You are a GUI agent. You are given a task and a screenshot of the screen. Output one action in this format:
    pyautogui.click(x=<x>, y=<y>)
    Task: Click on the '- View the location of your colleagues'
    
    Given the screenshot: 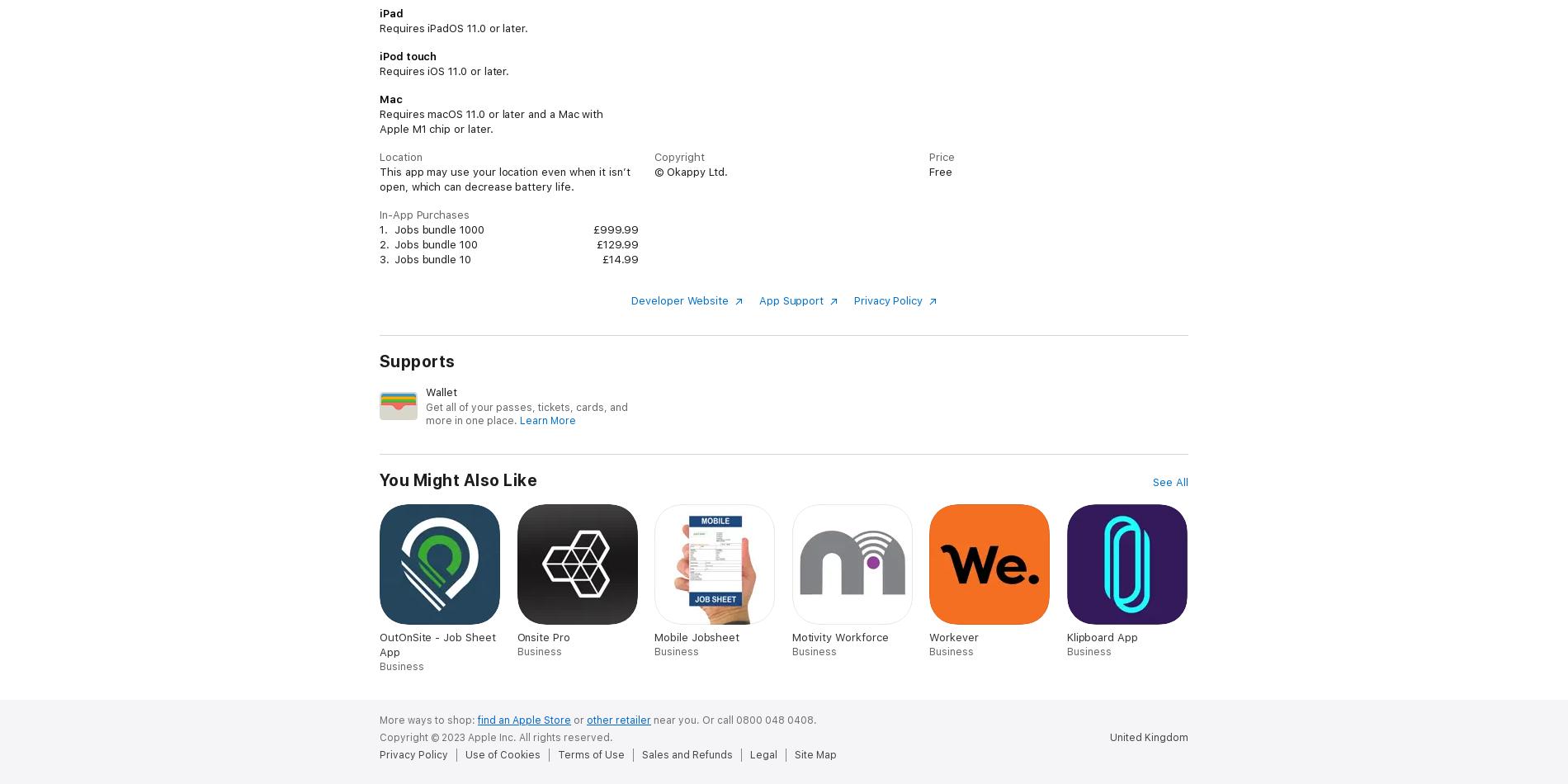 What is the action you would take?
    pyautogui.click(x=476, y=17)
    